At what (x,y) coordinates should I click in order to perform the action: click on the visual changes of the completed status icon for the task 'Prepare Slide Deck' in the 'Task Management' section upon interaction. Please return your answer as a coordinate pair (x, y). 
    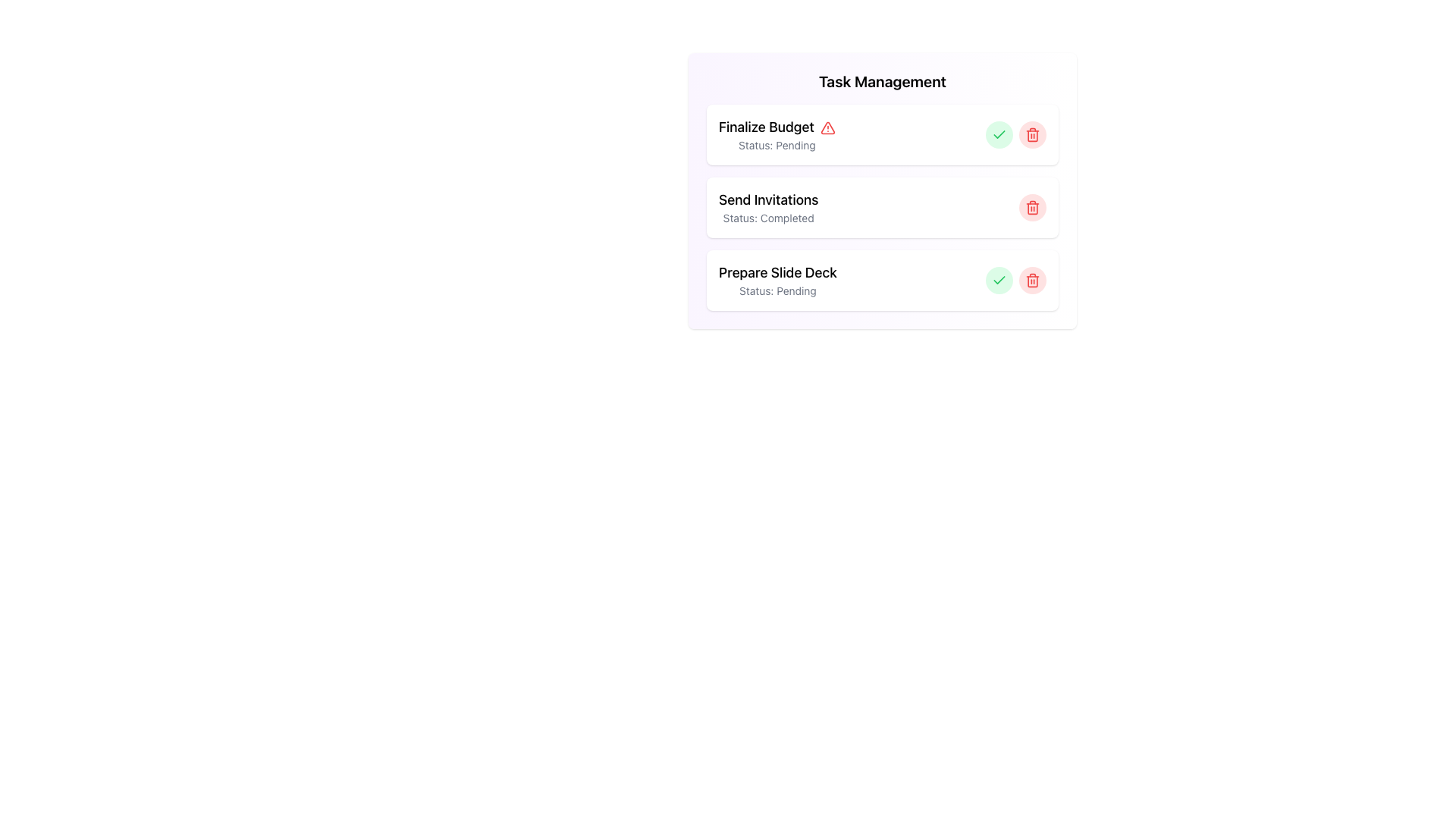
    Looking at the image, I should click on (999, 133).